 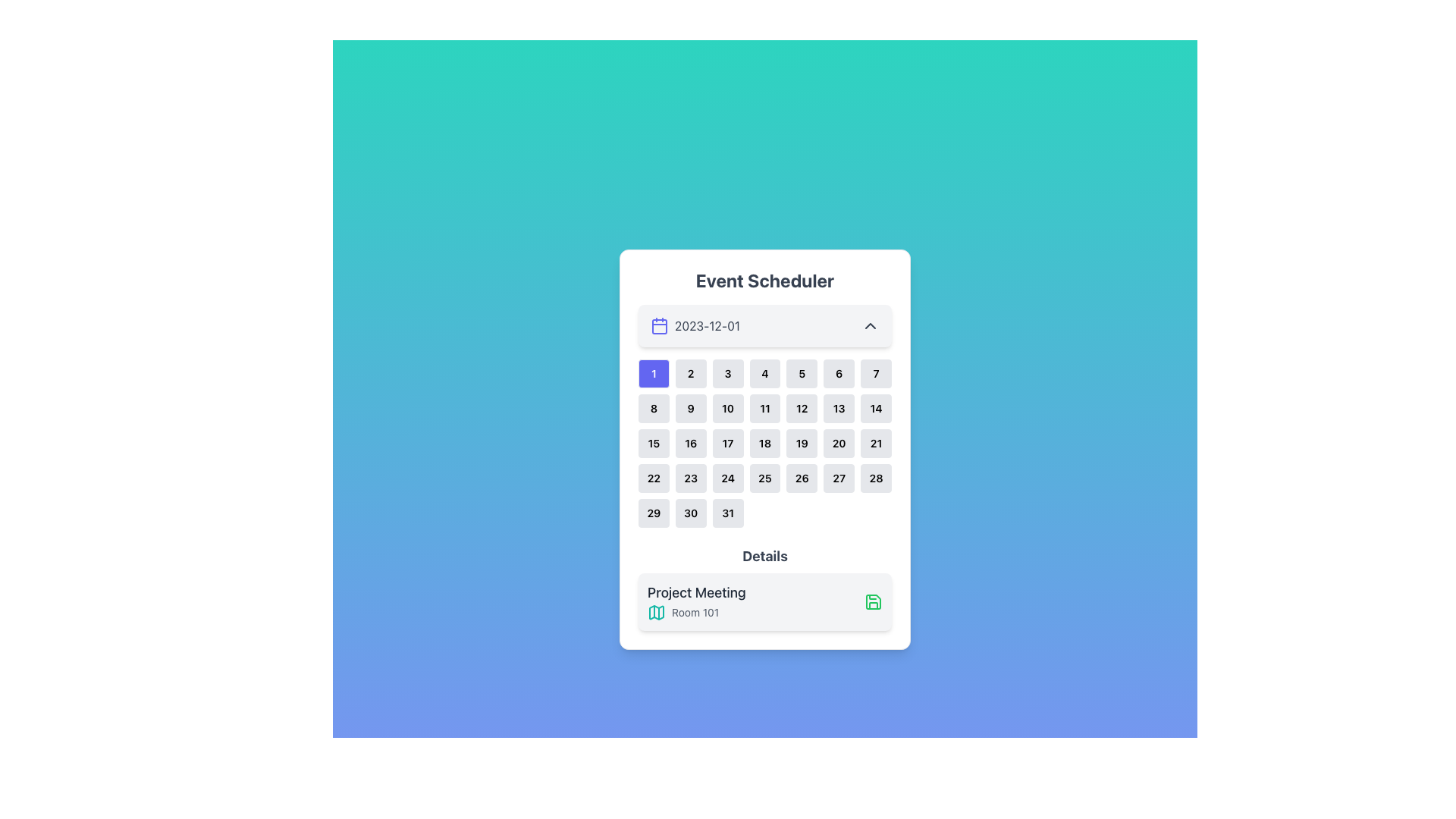 What do you see at coordinates (690, 408) in the screenshot?
I see `the rounded rectangular button labeled '9' with a light gray background` at bounding box center [690, 408].